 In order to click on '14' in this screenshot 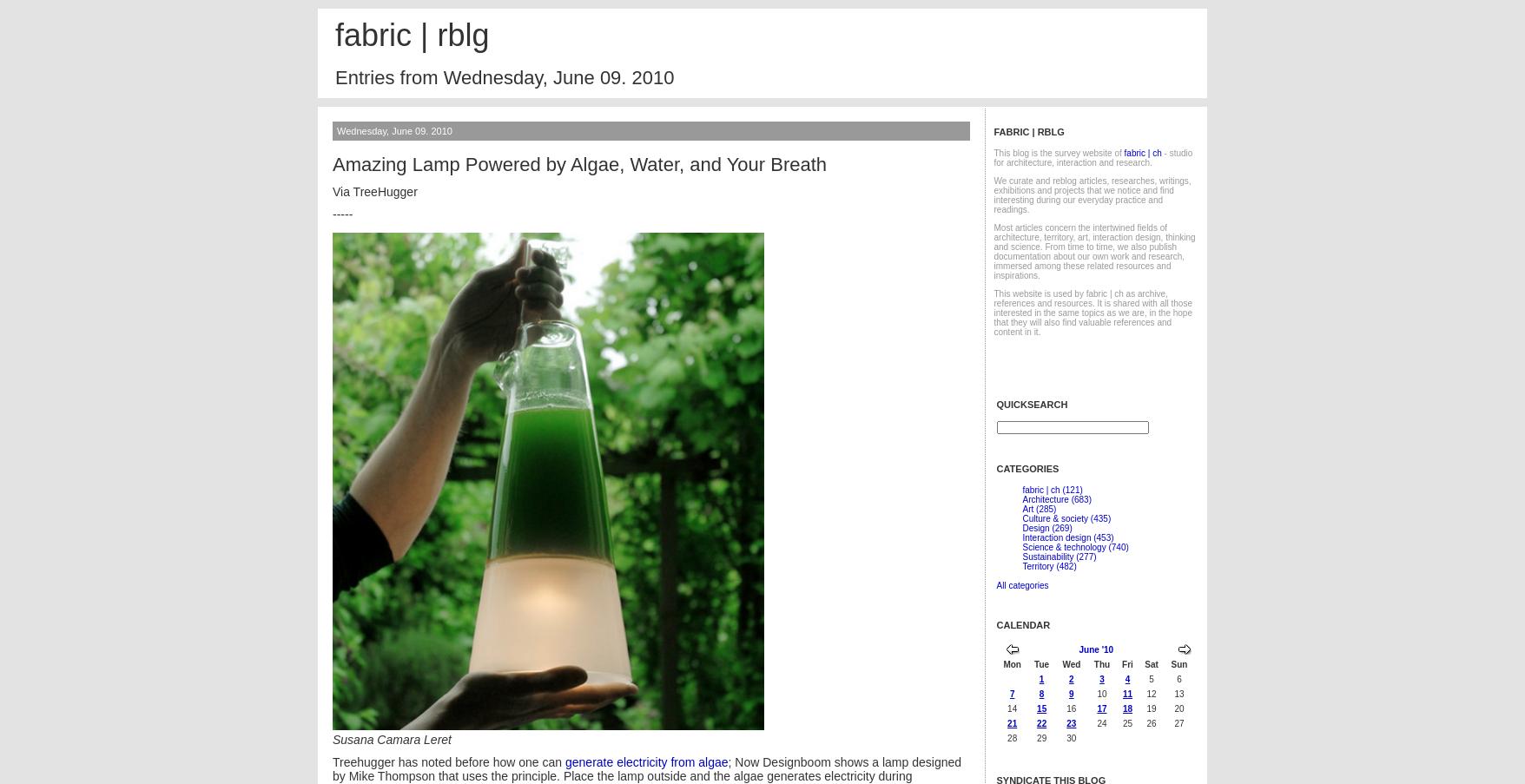, I will do `click(1012, 708)`.